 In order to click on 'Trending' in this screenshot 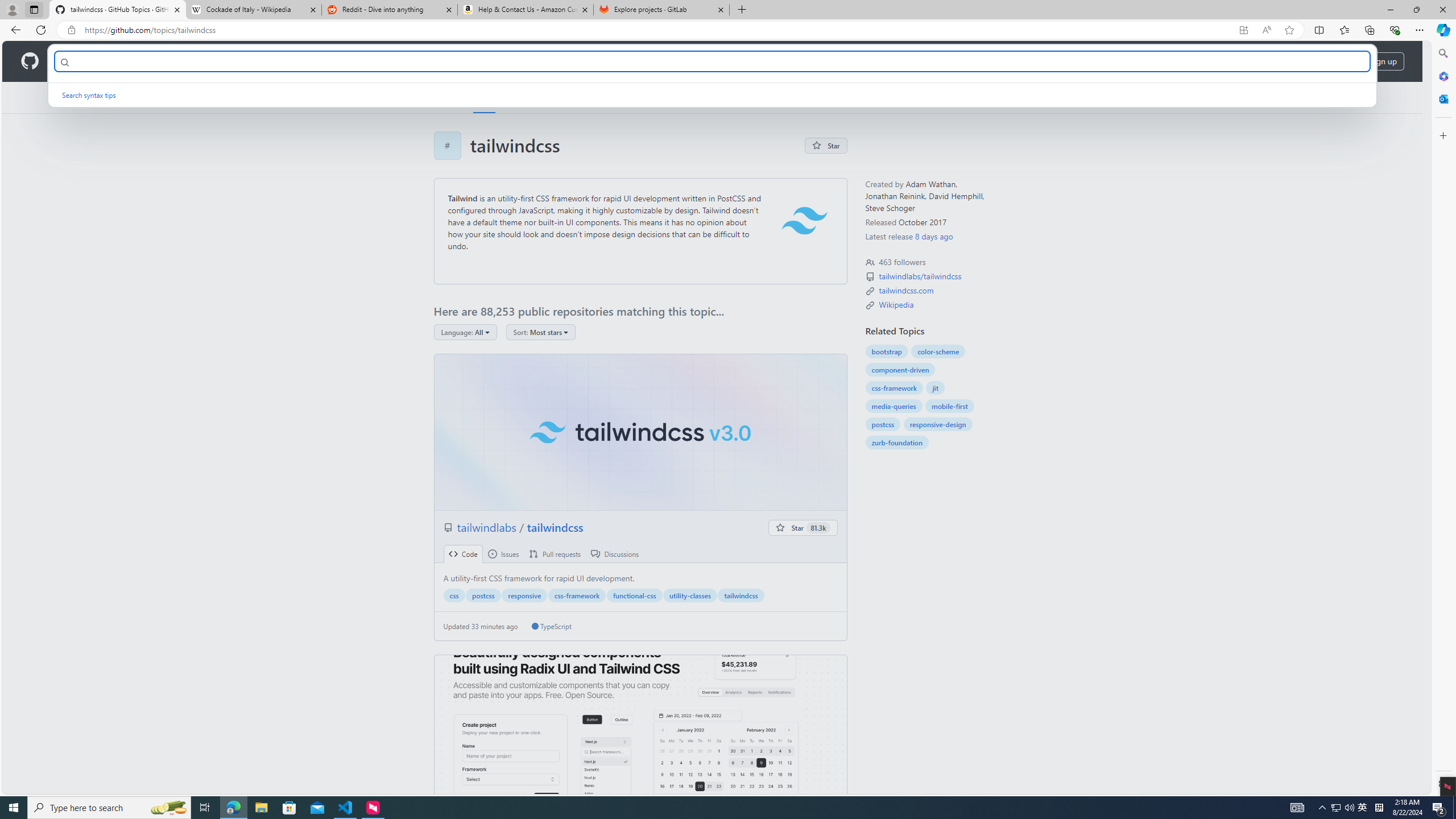, I will do `click(524, 97)`.